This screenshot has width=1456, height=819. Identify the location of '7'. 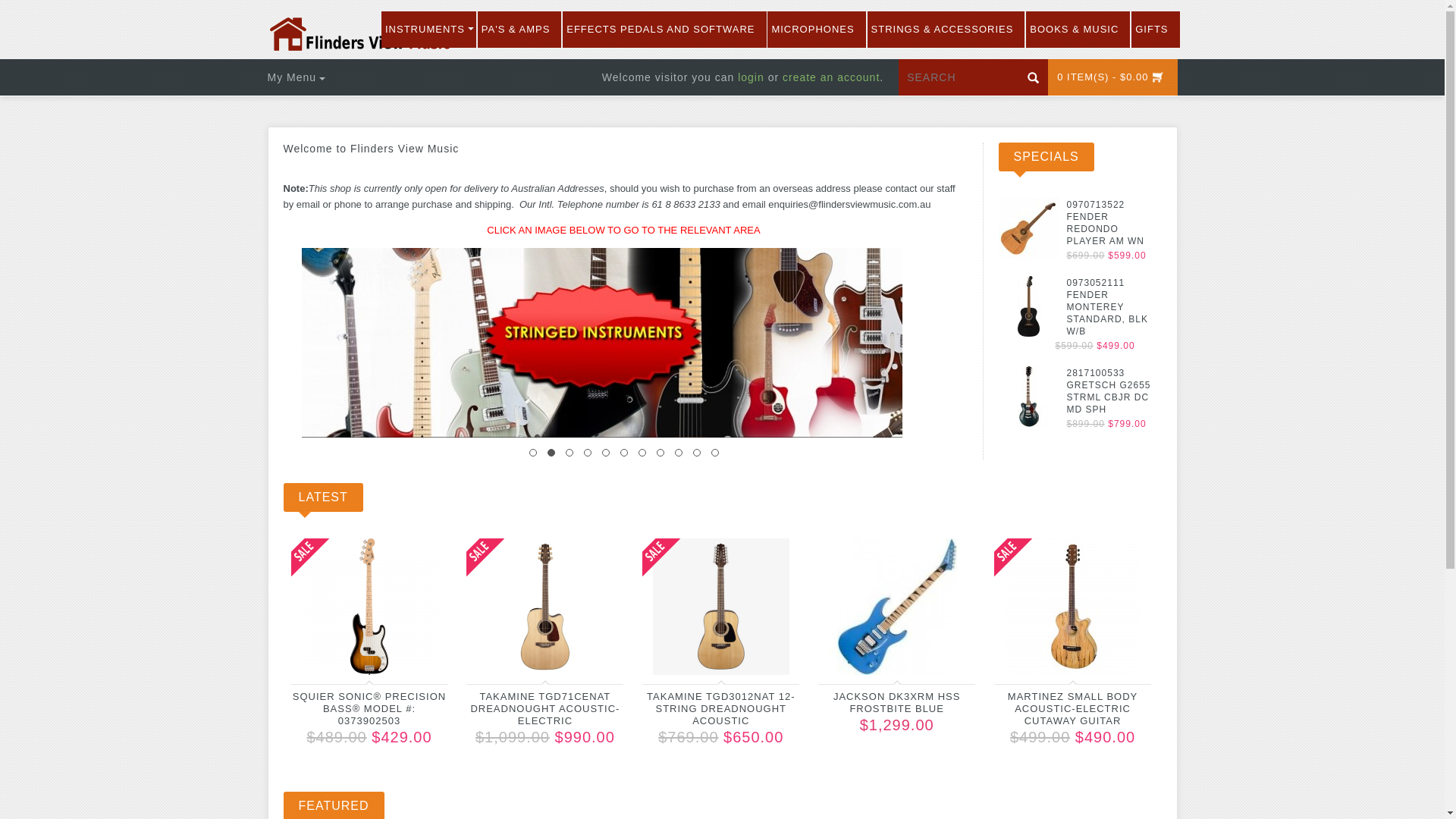
(642, 452).